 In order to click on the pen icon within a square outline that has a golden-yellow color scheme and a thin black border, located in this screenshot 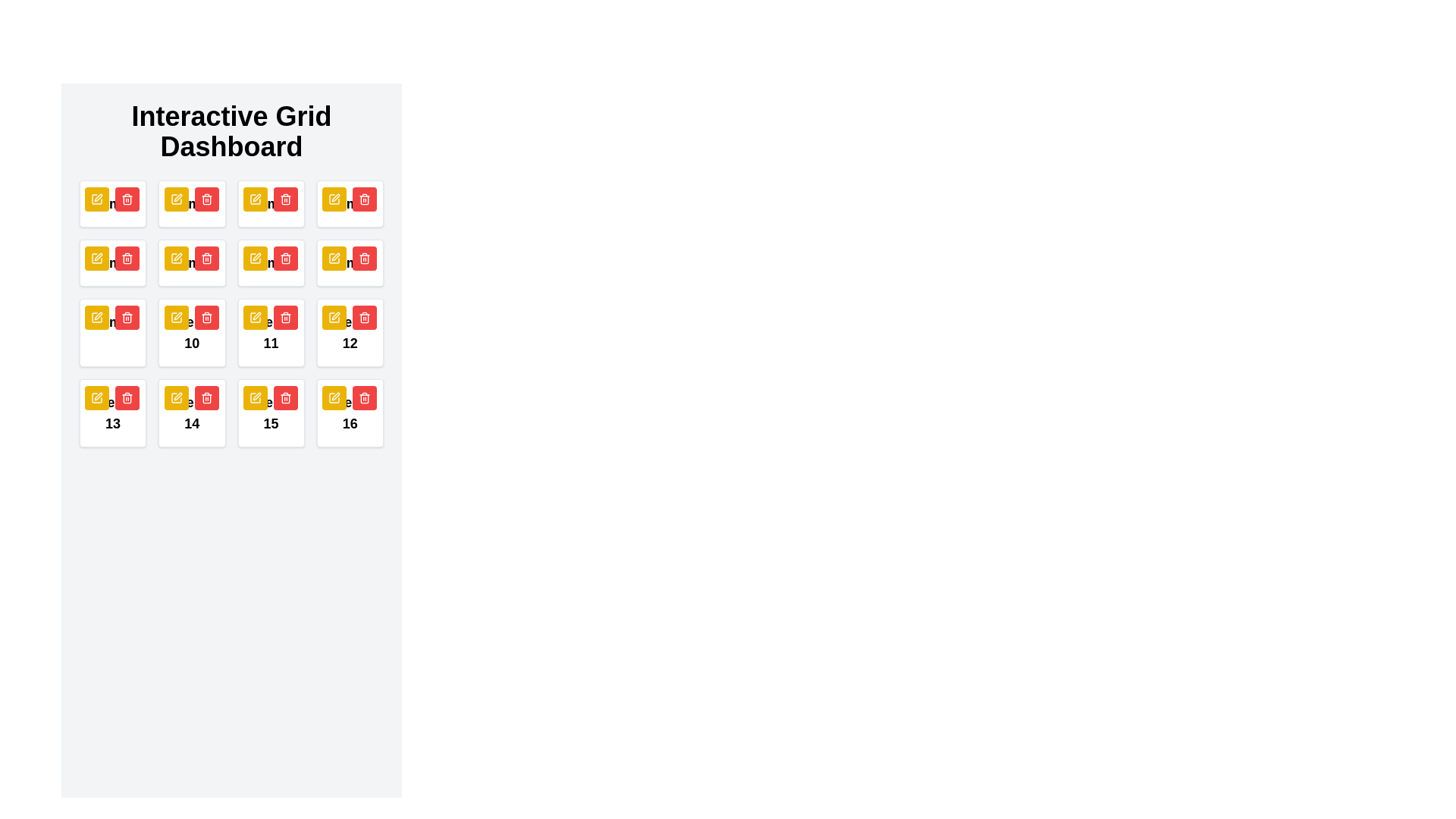, I will do `click(334, 396)`.